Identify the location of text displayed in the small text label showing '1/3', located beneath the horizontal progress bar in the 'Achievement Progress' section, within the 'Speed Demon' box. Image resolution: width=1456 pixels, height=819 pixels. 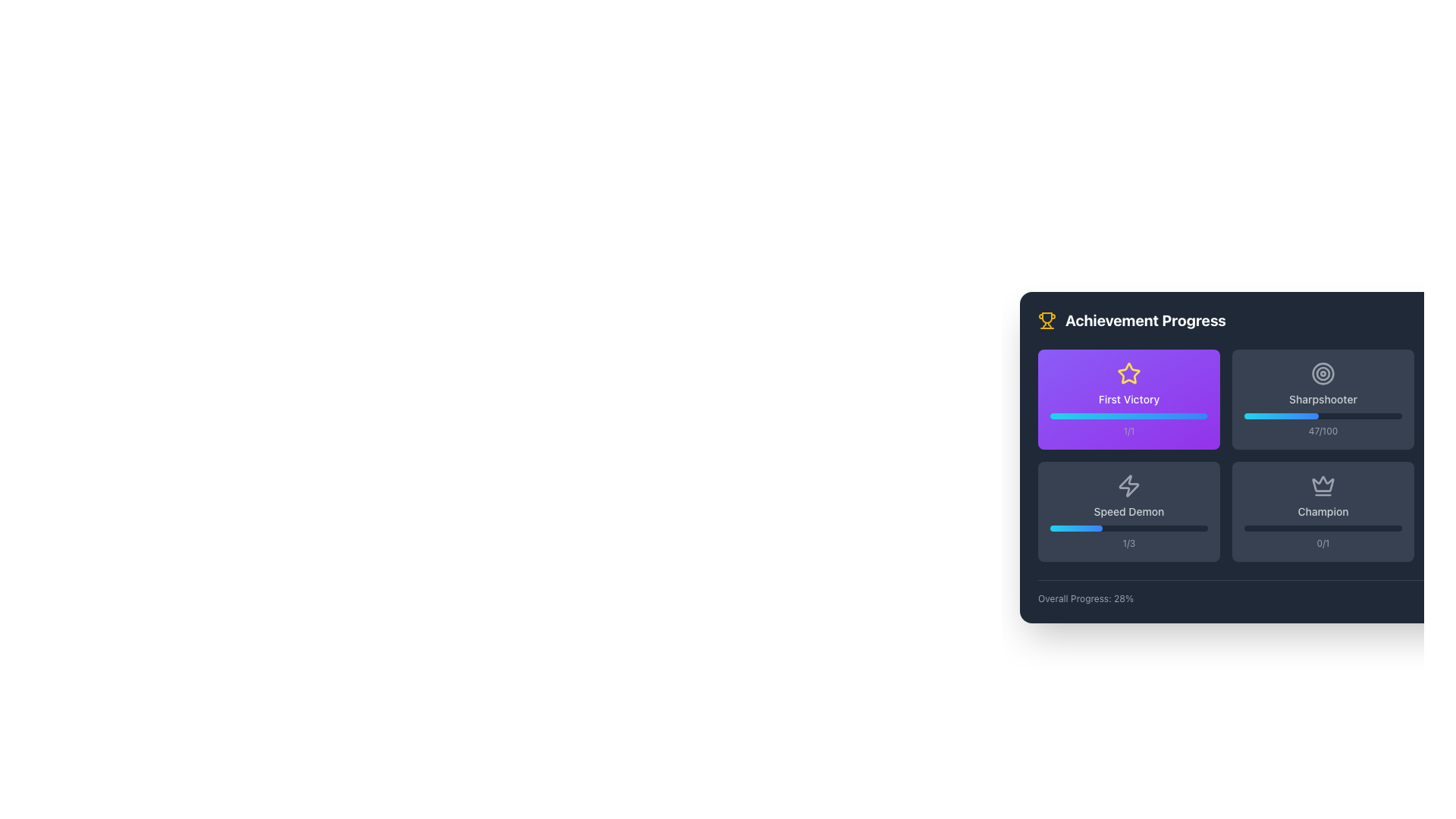
(1128, 543).